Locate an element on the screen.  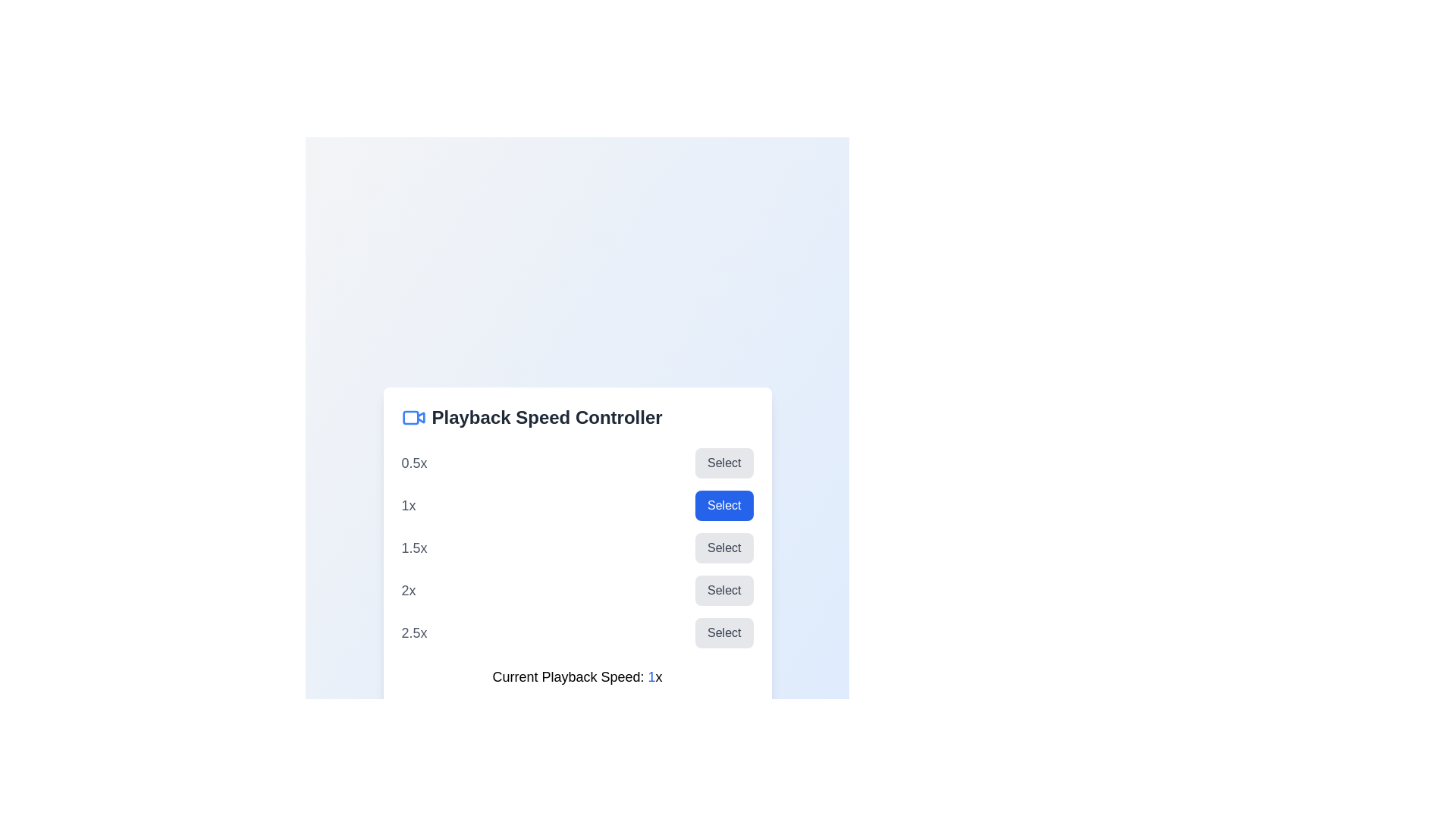
the 'Select' button to choose the '2x' speed setting from the playback speed options in the modal interface is located at coordinates (576, 590).